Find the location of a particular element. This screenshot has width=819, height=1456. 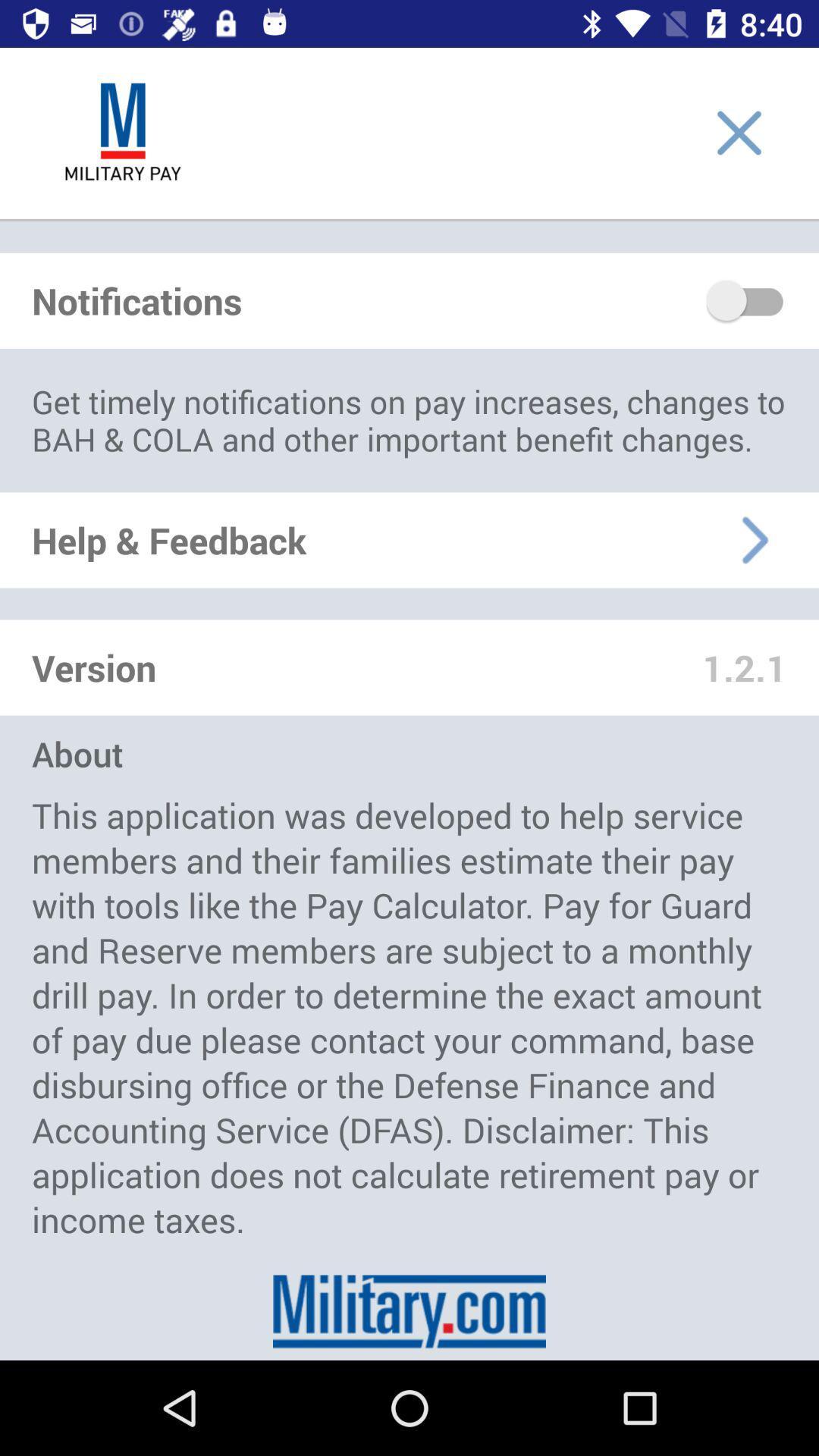

logon is located at coordinates (122, 133).